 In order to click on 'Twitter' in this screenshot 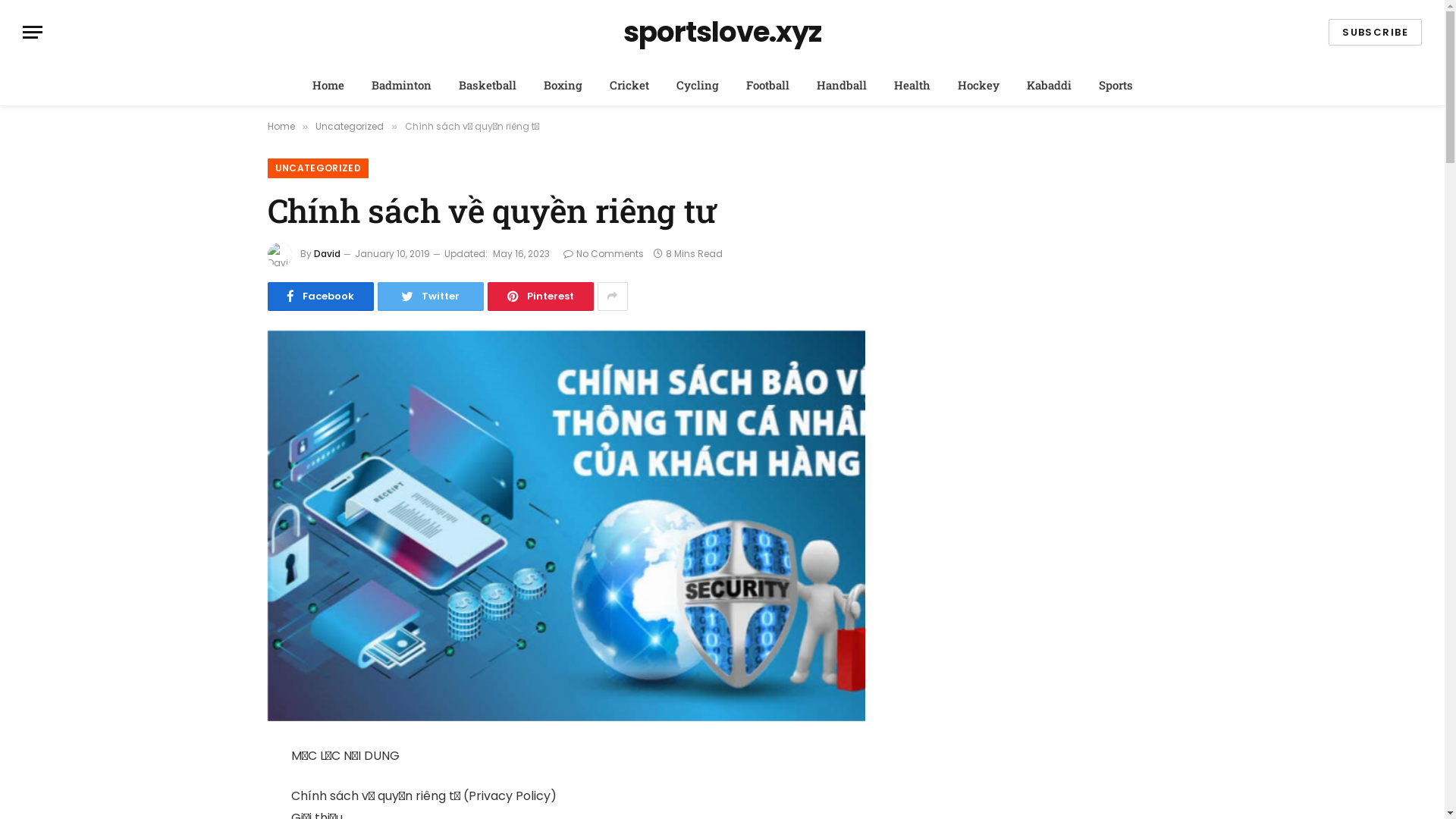, I will do `click(429, 296)`.